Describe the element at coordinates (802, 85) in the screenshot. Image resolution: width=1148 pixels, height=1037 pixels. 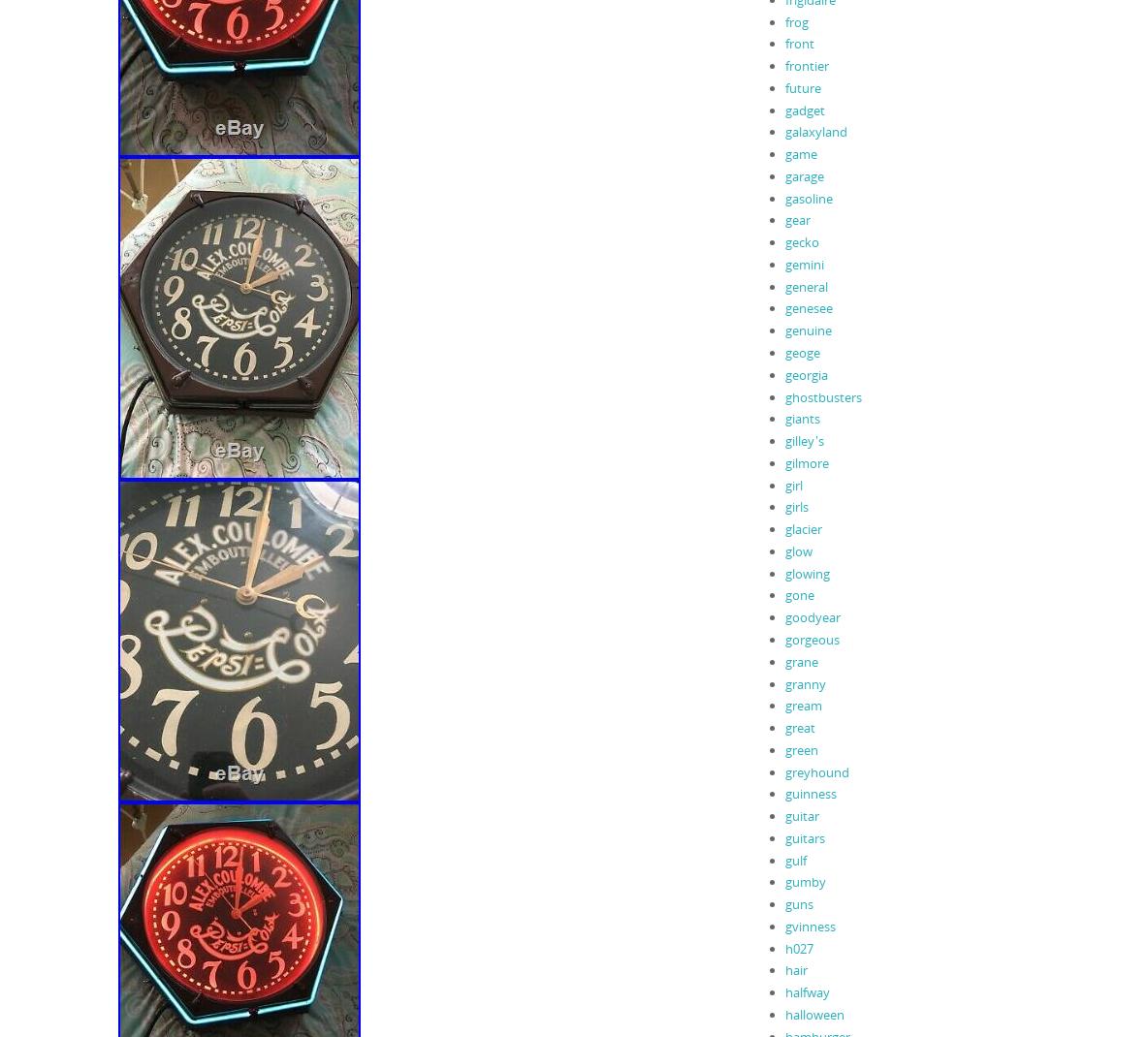
I see `'future'` at that location.